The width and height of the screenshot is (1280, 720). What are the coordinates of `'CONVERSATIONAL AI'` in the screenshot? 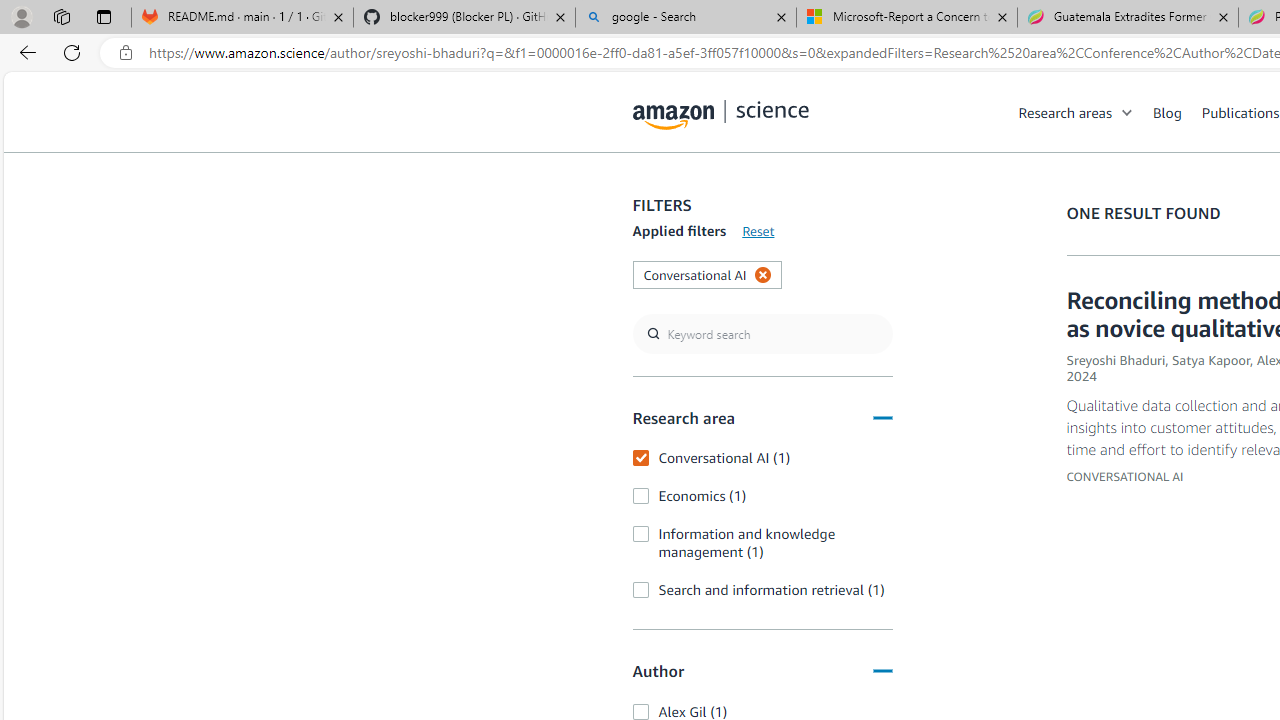 It's located at (1125, 477).